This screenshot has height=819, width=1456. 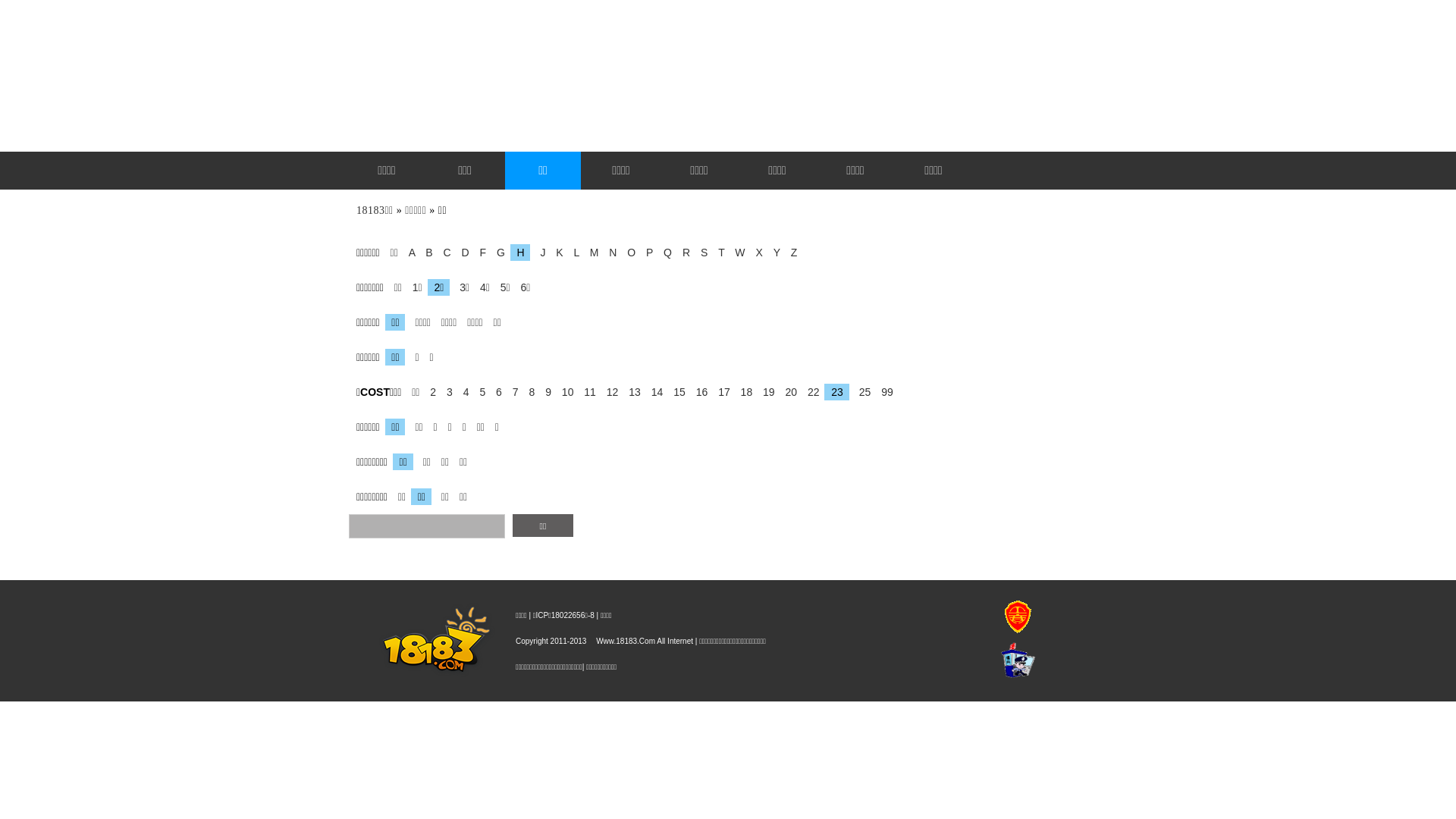 What do you see at coordinates (435, 251) in the screenshot?
I see `'C'` at bounding box center [435, 251].